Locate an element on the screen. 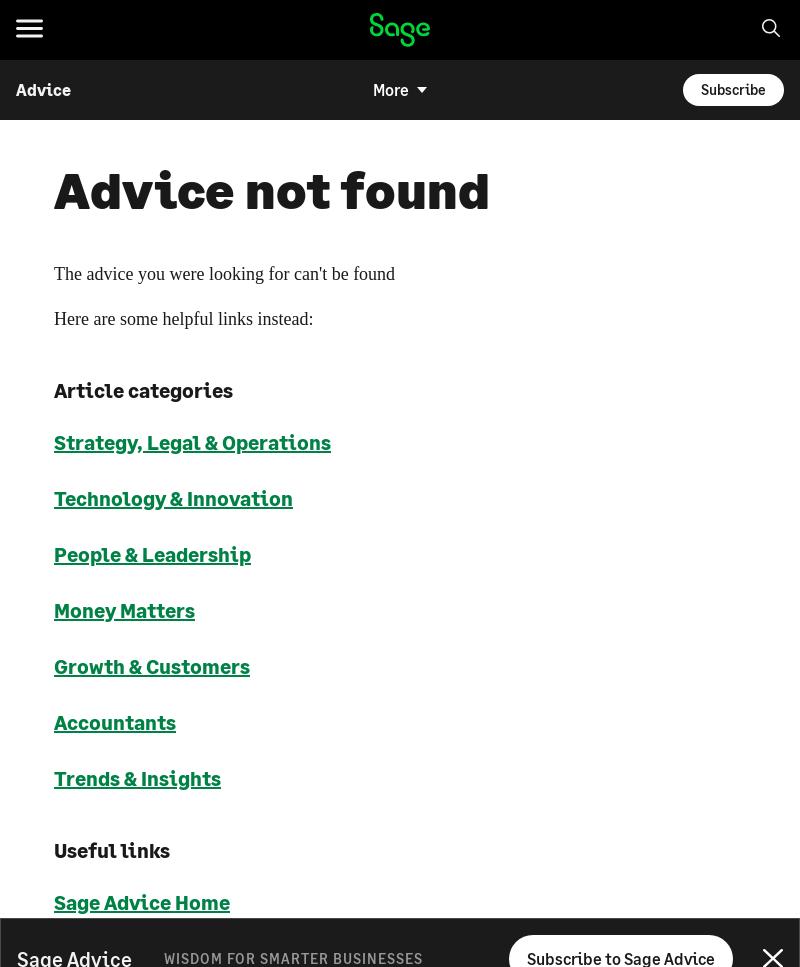 The image size is (800, 967). 'Choose your region and language' is located at coordinates (279, 119).